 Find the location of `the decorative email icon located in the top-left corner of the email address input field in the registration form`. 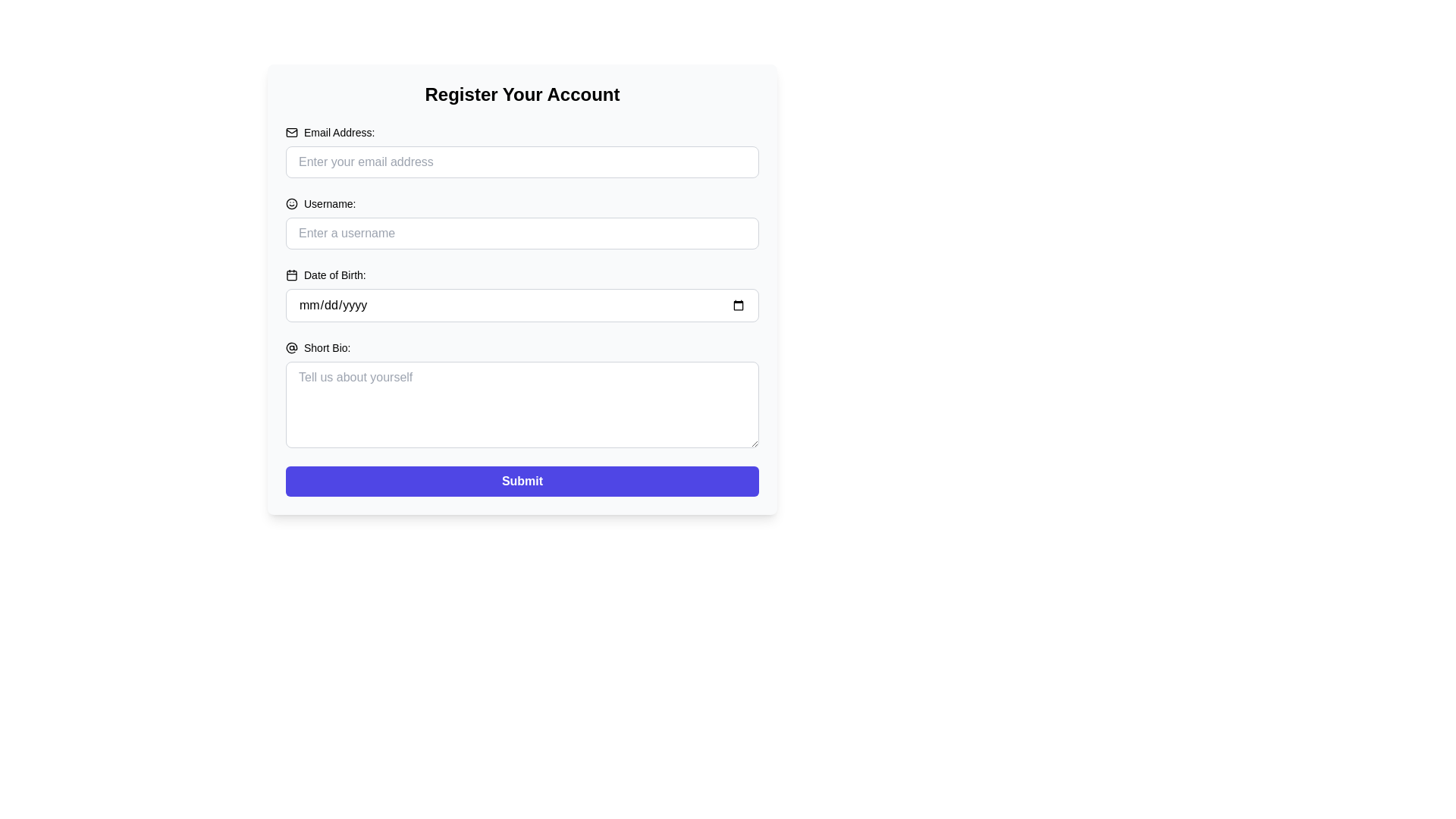

the decorative email icon located in the top-left corner of the email address input field in the registration form is located at coordinates (291, 131).